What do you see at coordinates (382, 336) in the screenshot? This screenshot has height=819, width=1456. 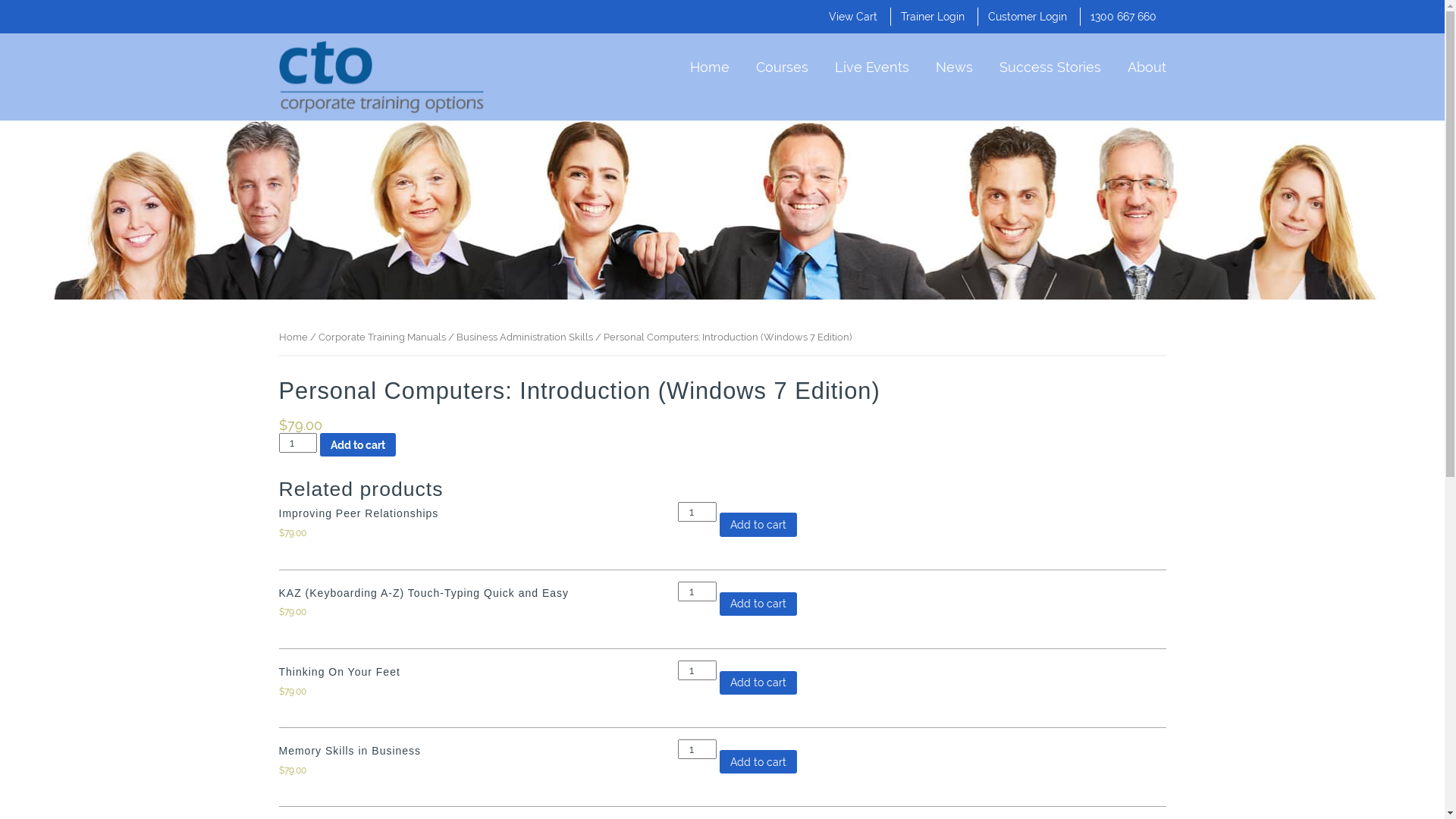 I see `'Corporate Training Manuals'` at bounding box center [382, 336].